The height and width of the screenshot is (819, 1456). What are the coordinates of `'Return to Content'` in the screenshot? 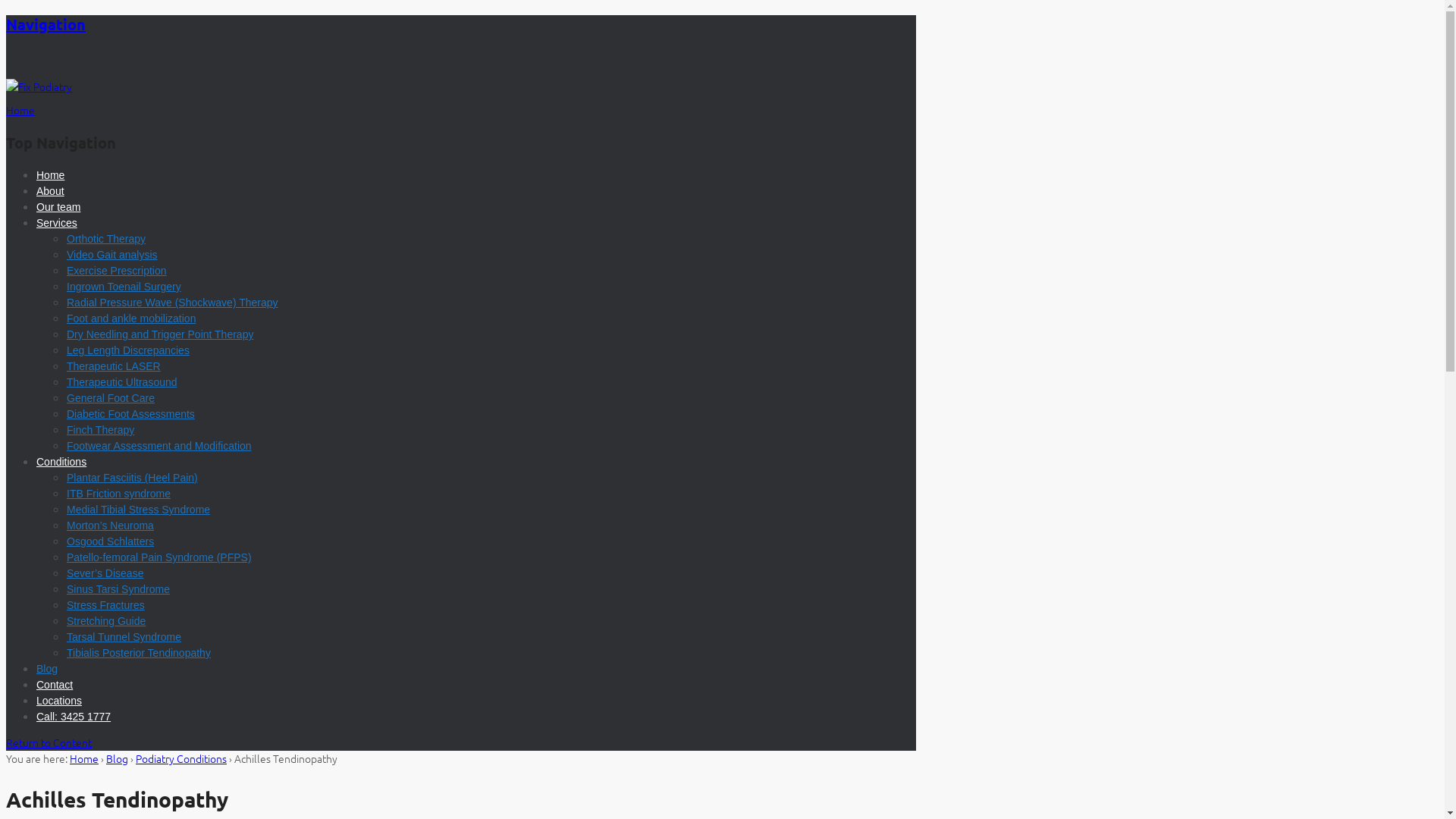 It's located at (49, 742).